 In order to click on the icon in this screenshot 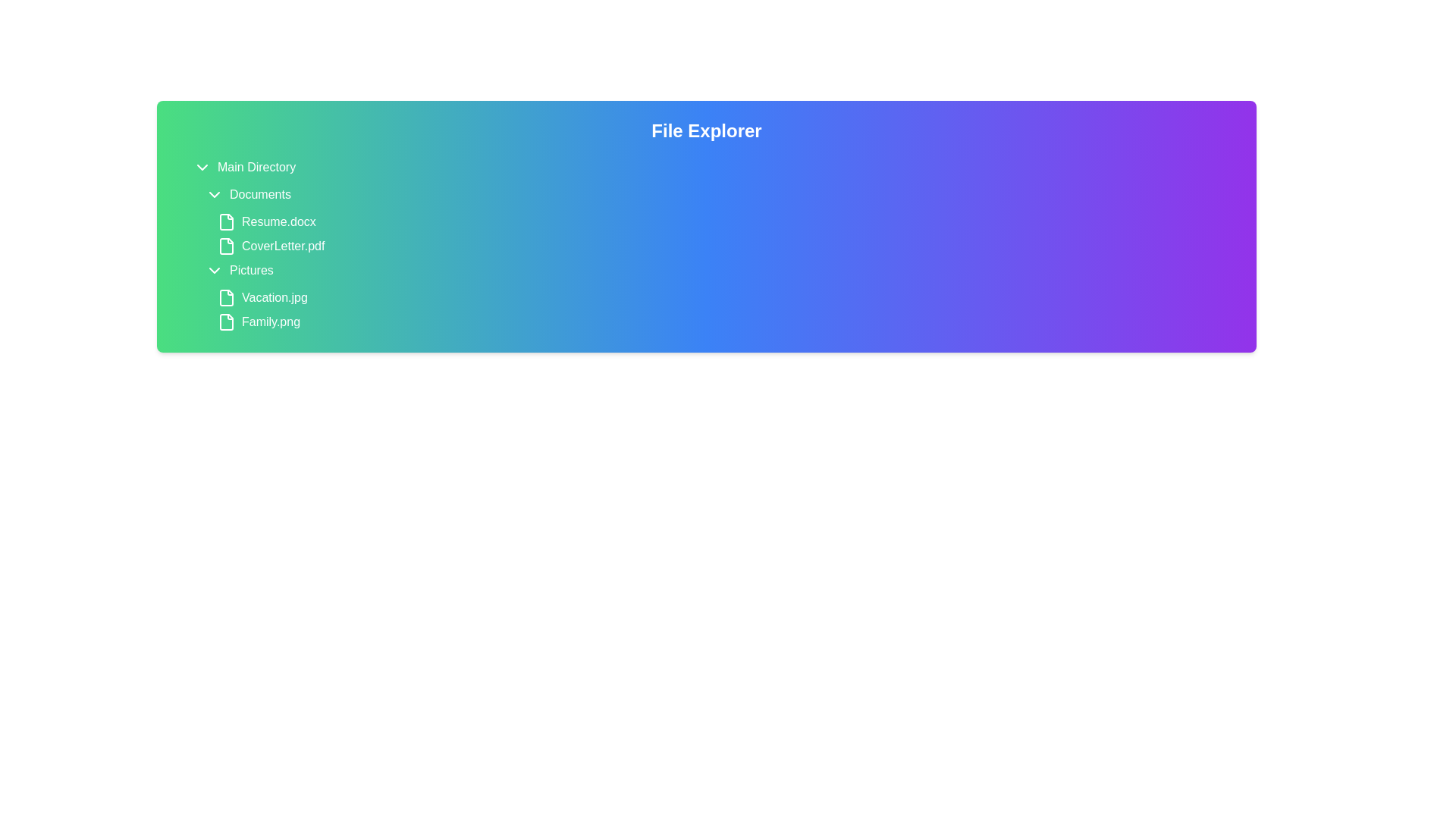, I will do `click(214, 270)`.